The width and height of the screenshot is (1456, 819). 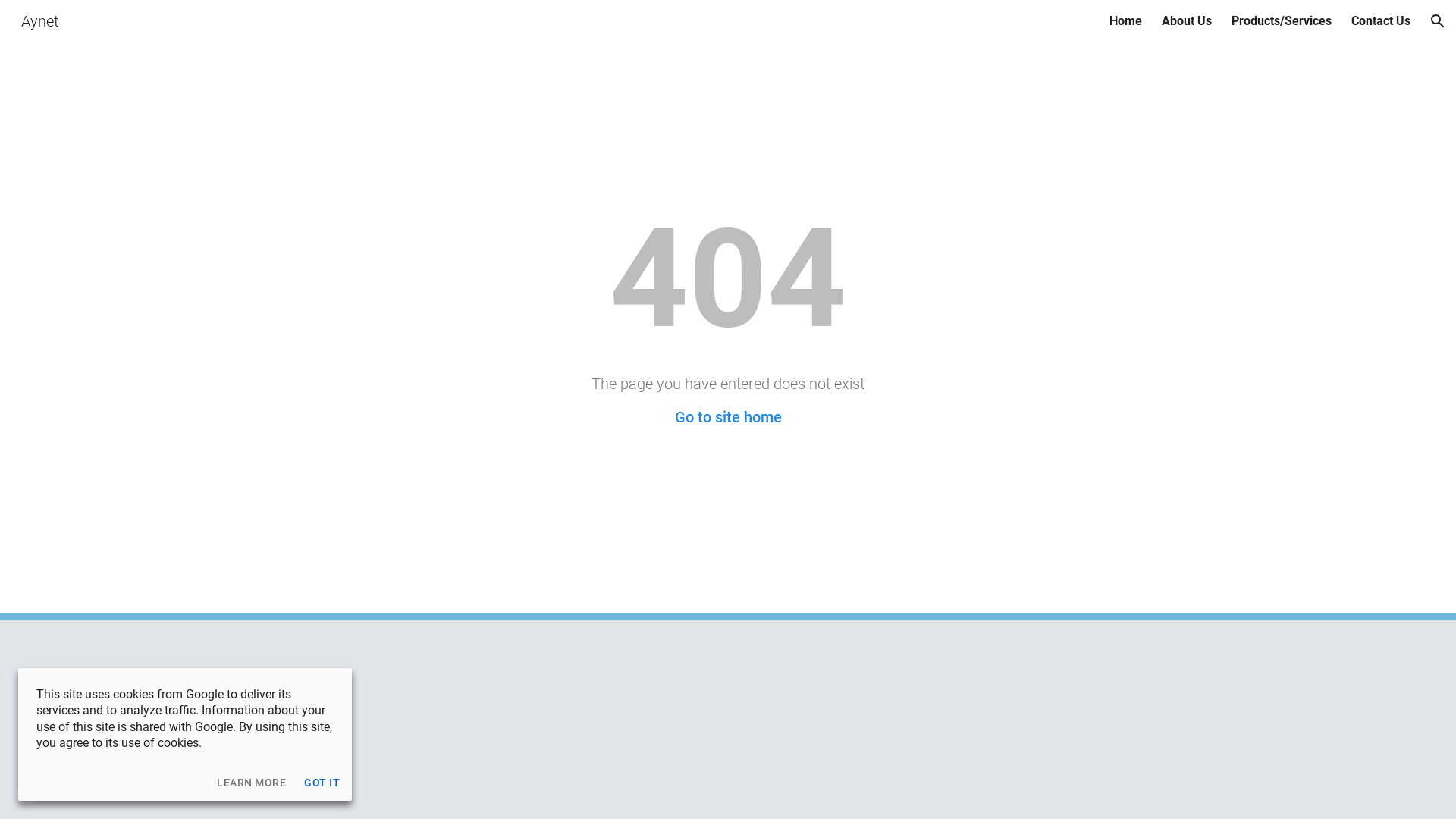 I want to click on 'Home', so click(x=1109, y=20).